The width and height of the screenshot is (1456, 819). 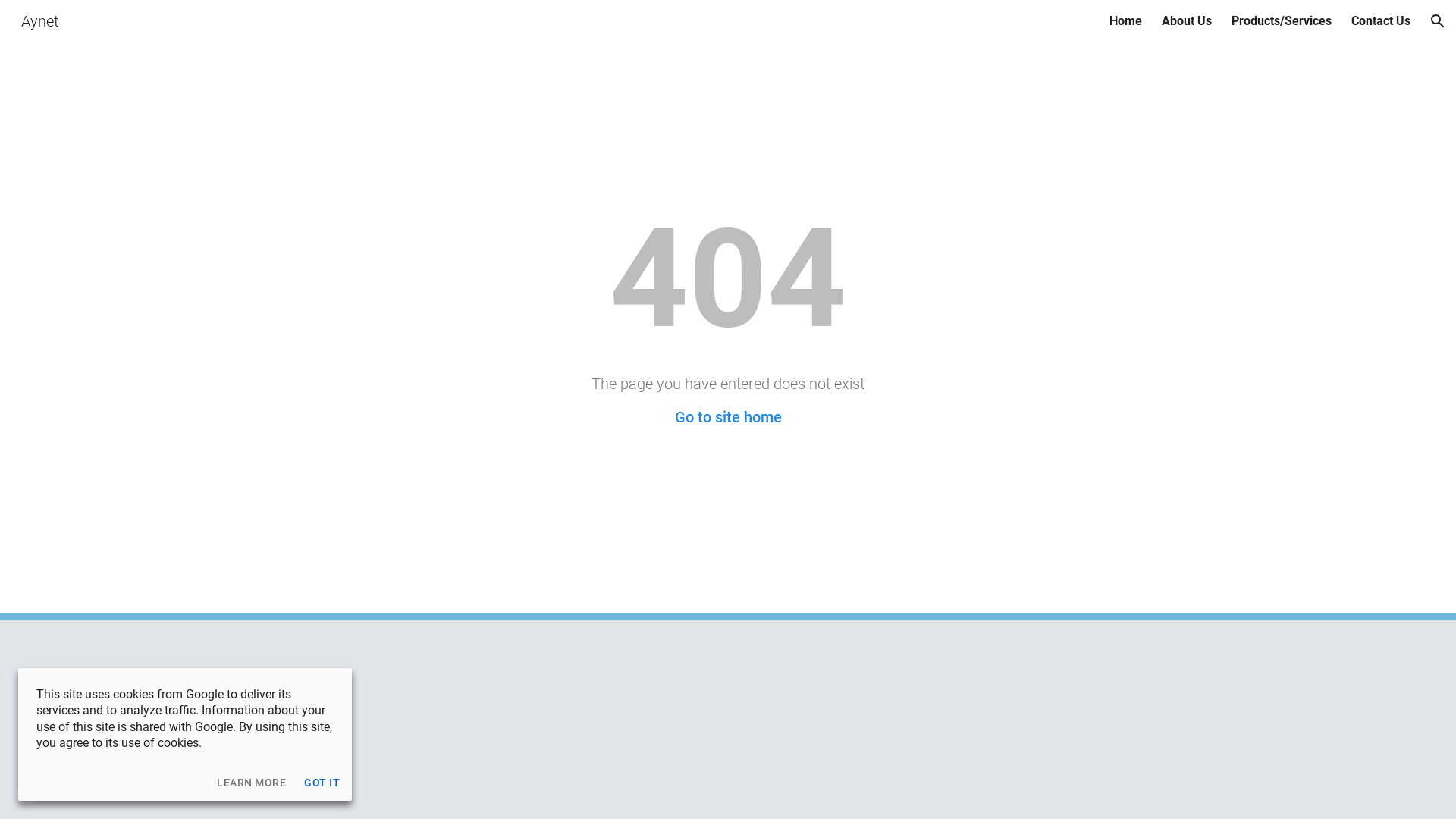 I want to click on 'Home', so click(x=1109, y=20).